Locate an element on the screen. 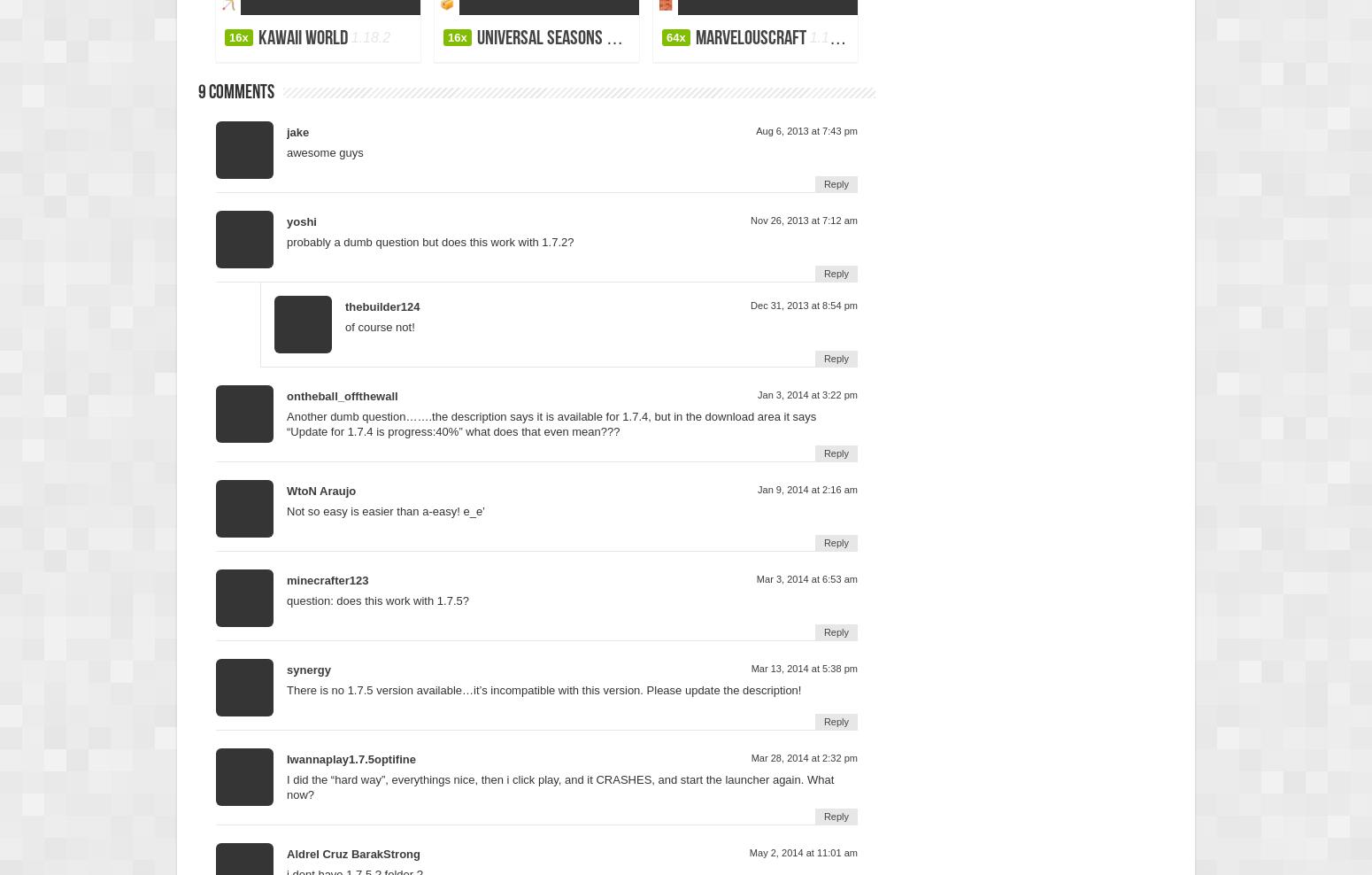 This screenshot has width=1372, height=875. 'minecrafter123' is located at coordinates (326, 578).